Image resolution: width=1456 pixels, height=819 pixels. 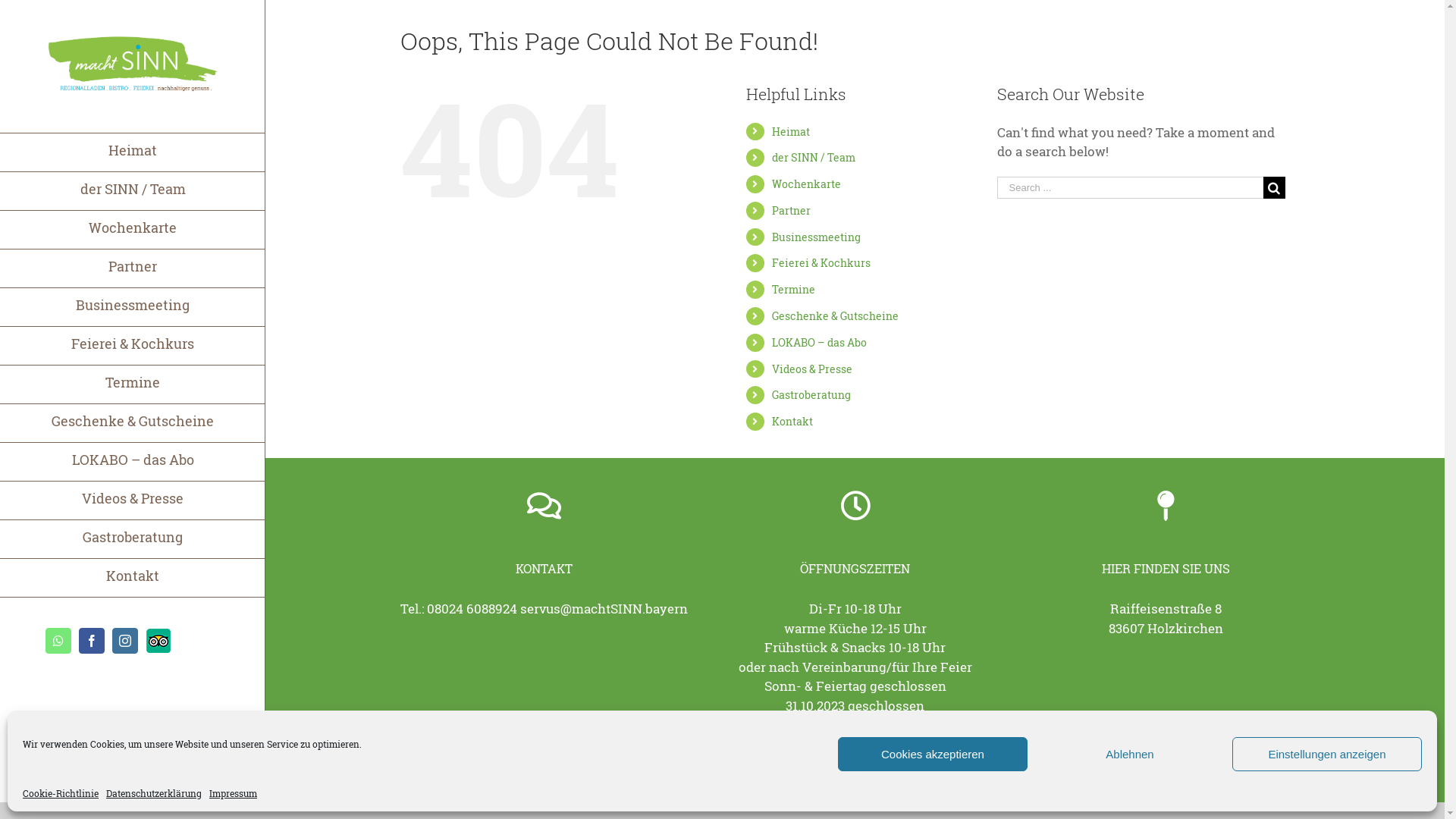 What do you see at coordinates (22, 792) in the screenshot?
I see `'Cookie-Richtlinie'` at bounding box center [22, 792].